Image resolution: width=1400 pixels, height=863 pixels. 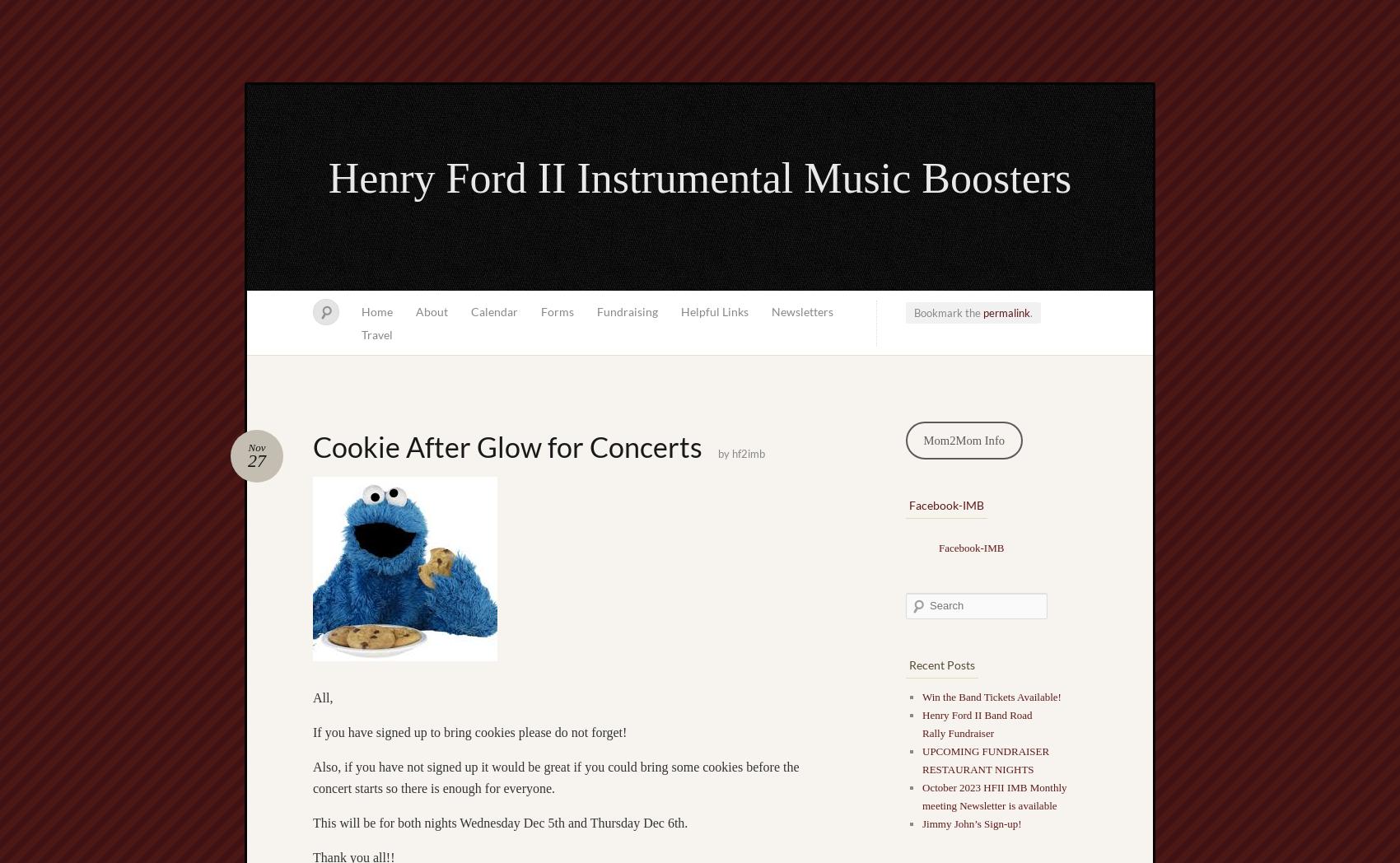 I want to click on 'October 2023 HFII IMB Monthly meeting Newsletter is available', so click(x=993, y=795).